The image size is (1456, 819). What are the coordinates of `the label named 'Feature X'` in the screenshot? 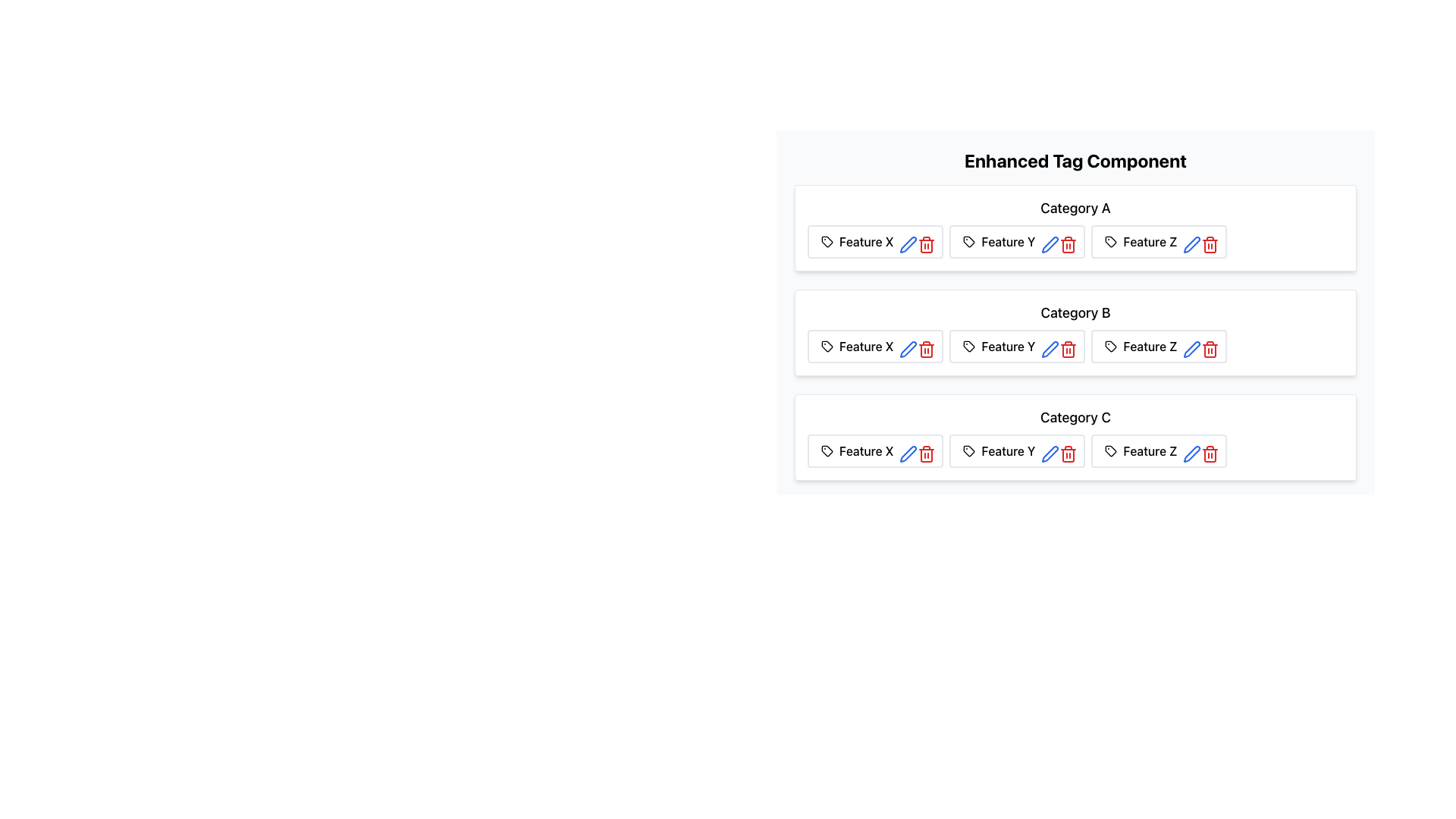 It's located at (866, 241).